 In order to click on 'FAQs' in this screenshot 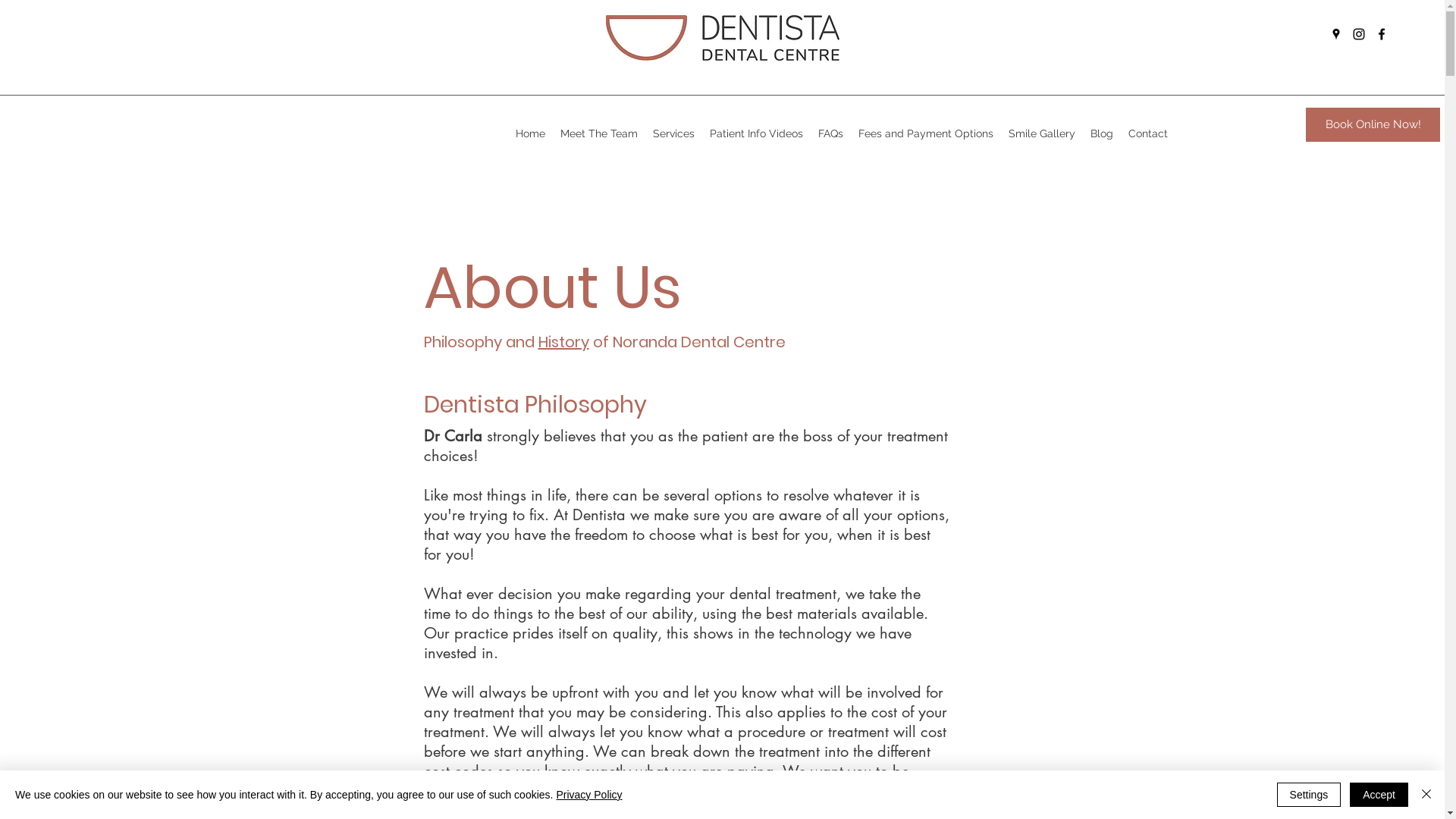, I will do `click(830, 133)`.